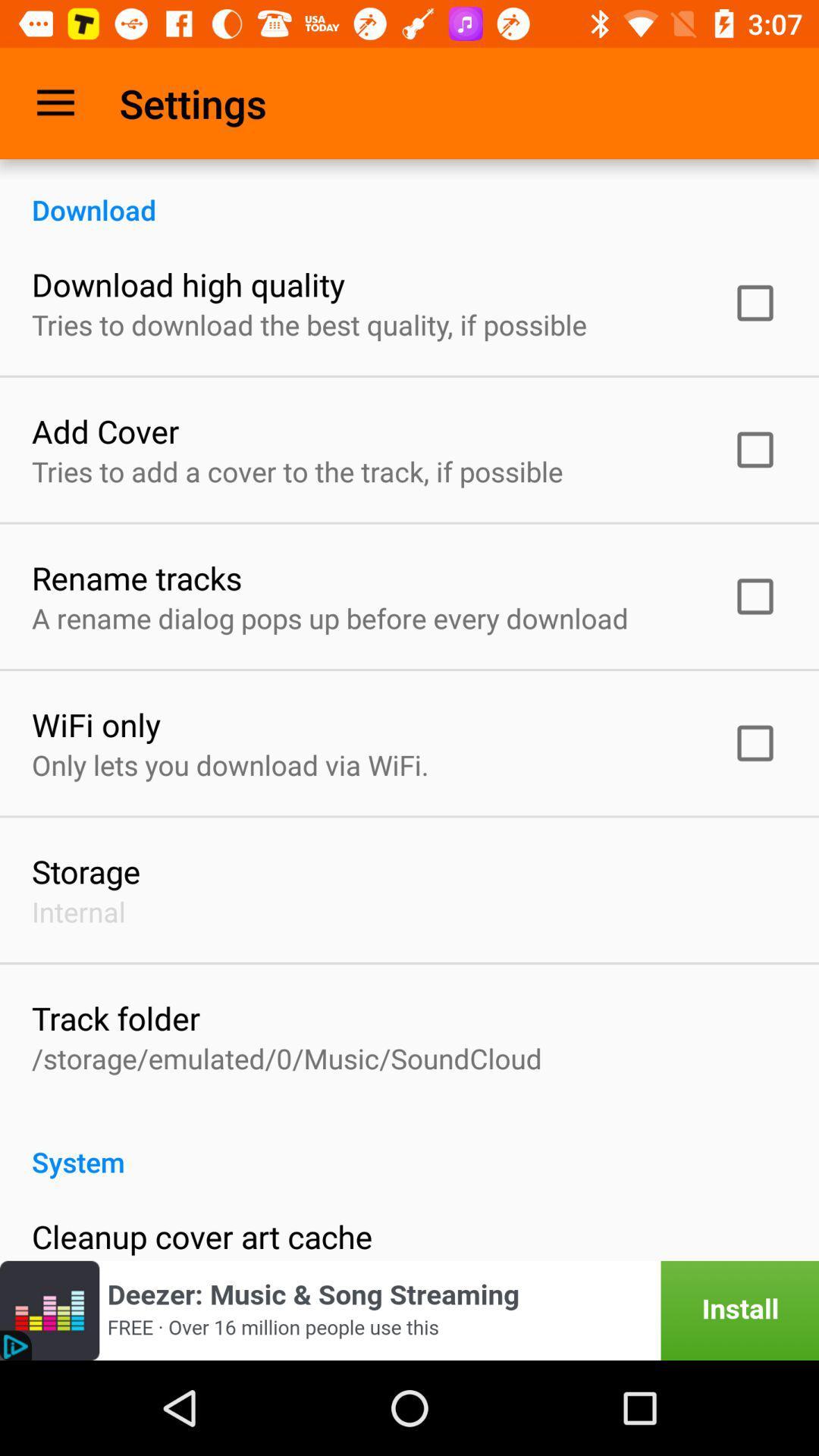 The height and width of the screenshot is (1456, 819). What do you see at coordinates (78, 911) in the screenshot?
I see `the item below storage` at bounding box center [78, 911].